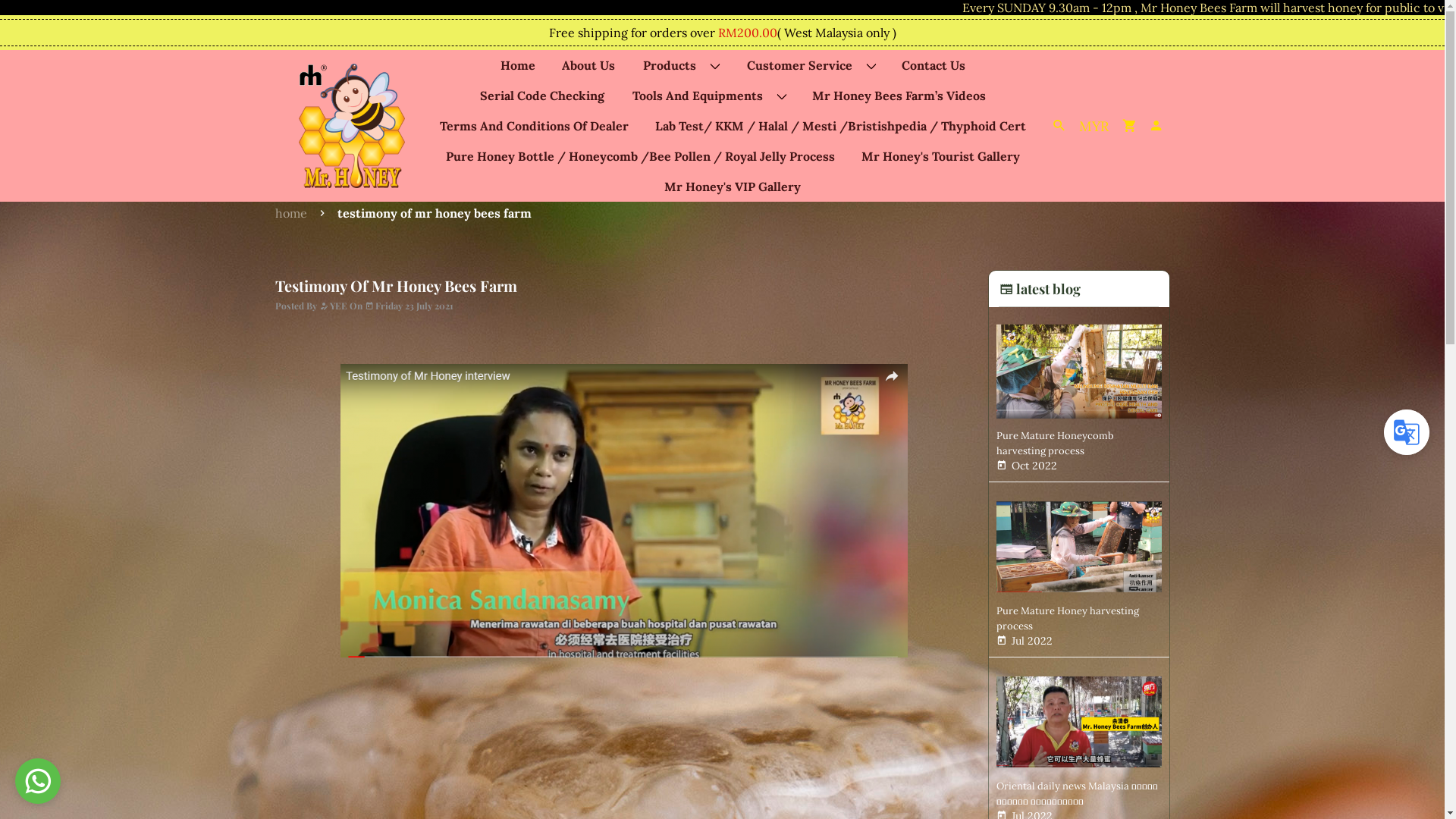 This screenshot has height=819, width=1456. Describe the element at coordinates (679, 64) in the screenshot. I see `'Products'` at that location.